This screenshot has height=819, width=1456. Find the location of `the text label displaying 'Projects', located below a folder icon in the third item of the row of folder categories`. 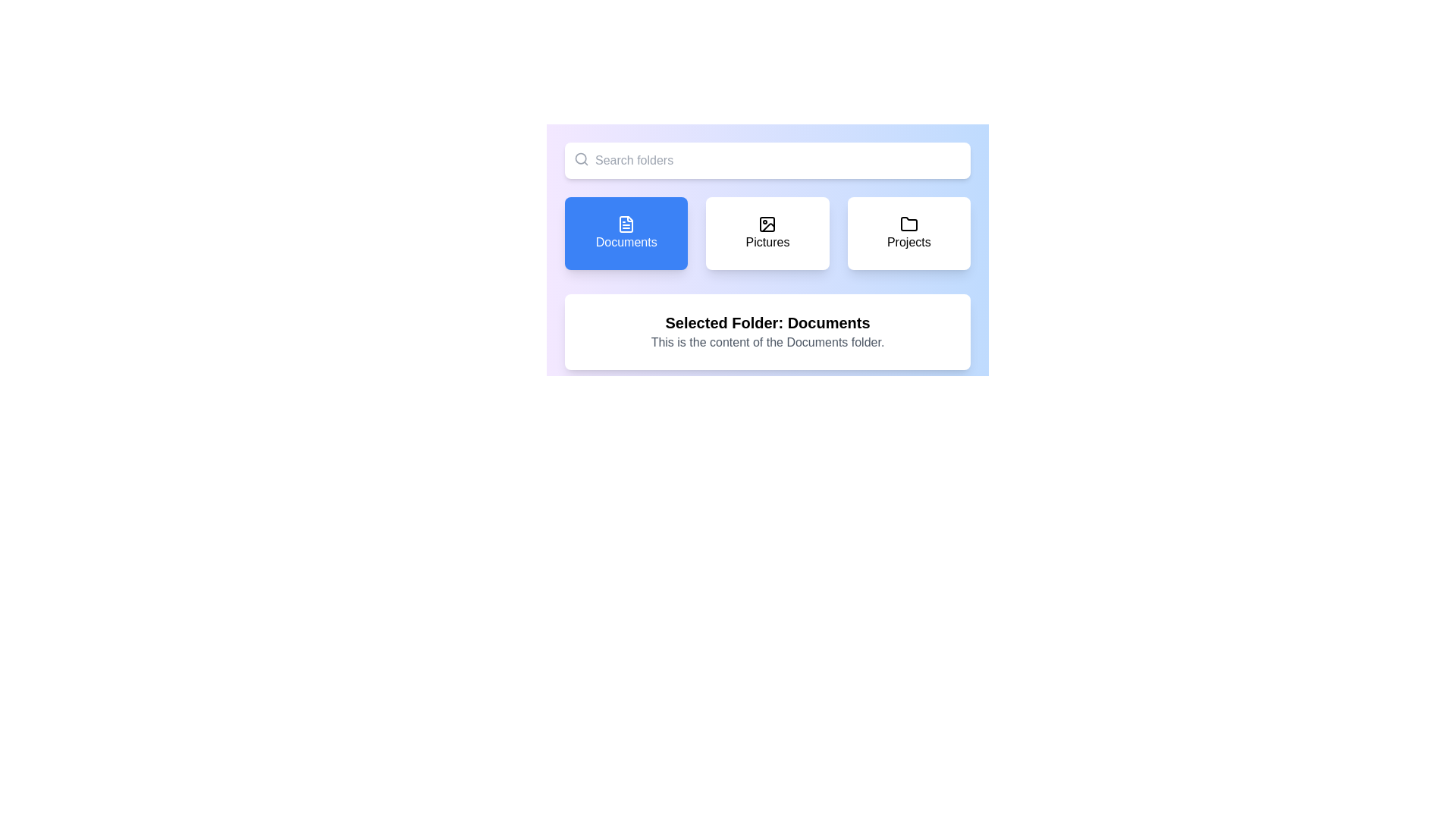

the text label displaying 'Projects', located below a folder icon in the third item of the row of folder categories is located at coordinates (908, 242).